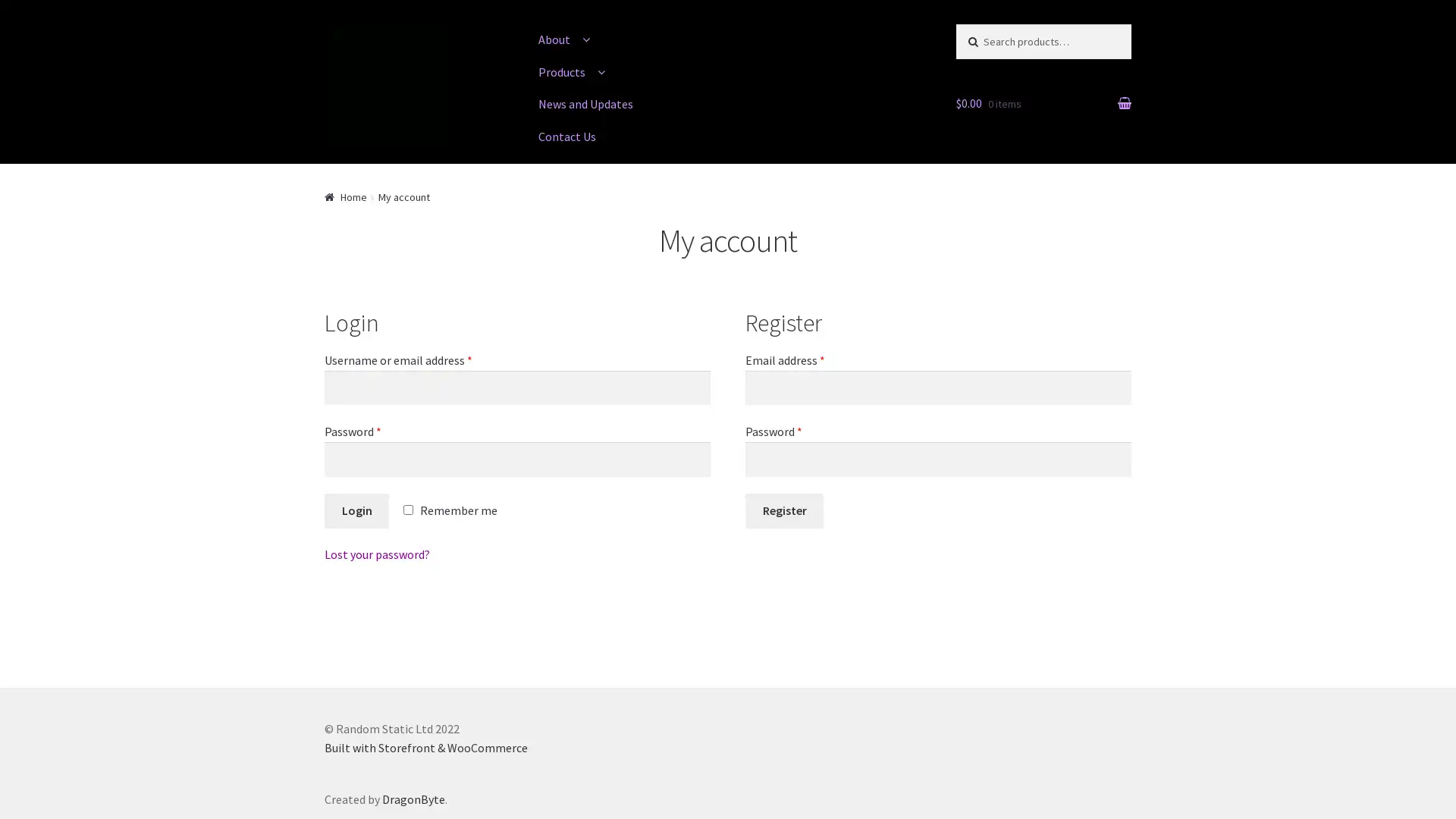  I want to click on Register, so click(784, 510).